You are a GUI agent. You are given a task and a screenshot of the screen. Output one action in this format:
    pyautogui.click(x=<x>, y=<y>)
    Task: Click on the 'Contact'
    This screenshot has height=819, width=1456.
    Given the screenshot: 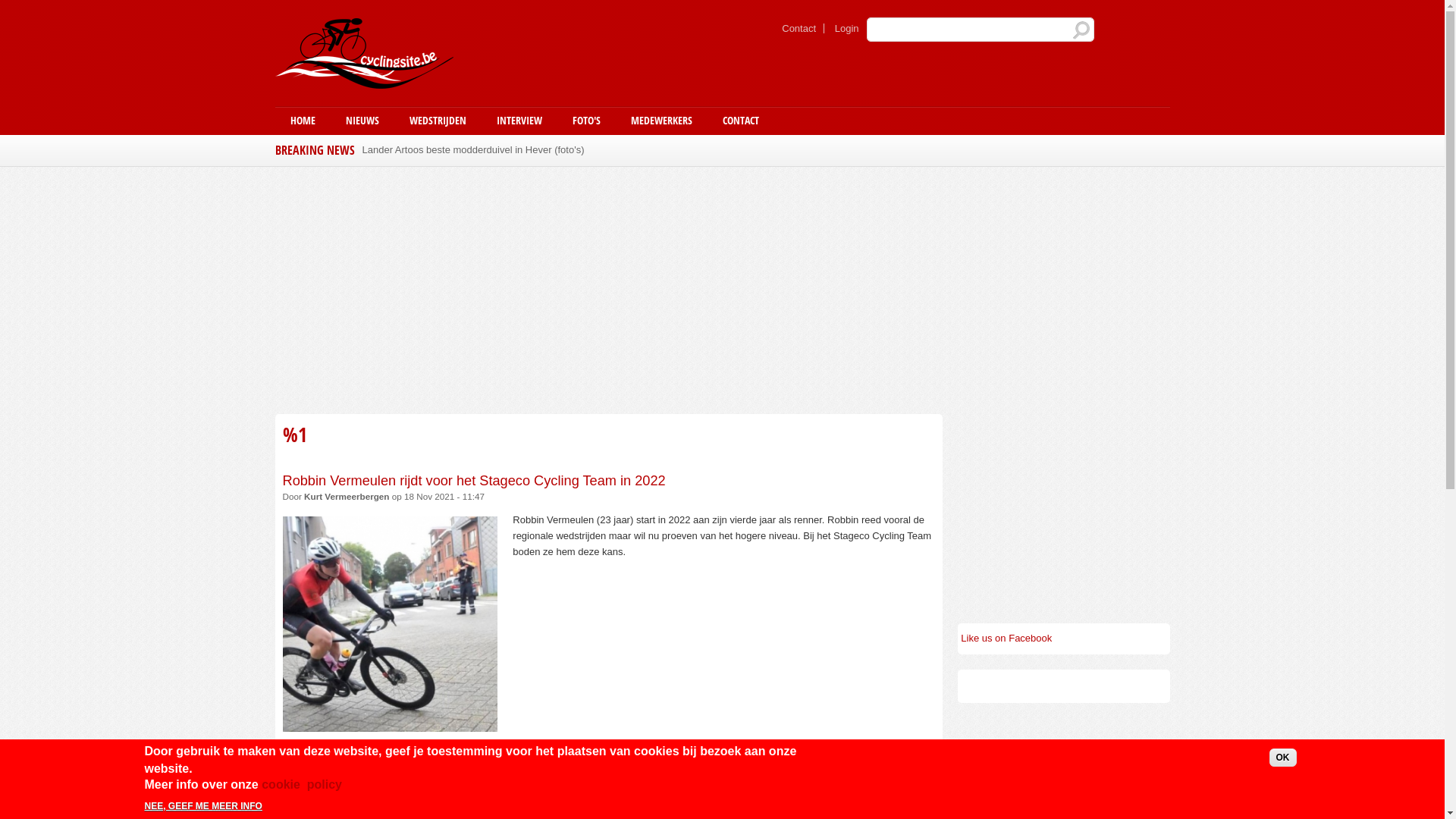 What is the action you would take?
    pyautogui.click(x=799, y=28)
    